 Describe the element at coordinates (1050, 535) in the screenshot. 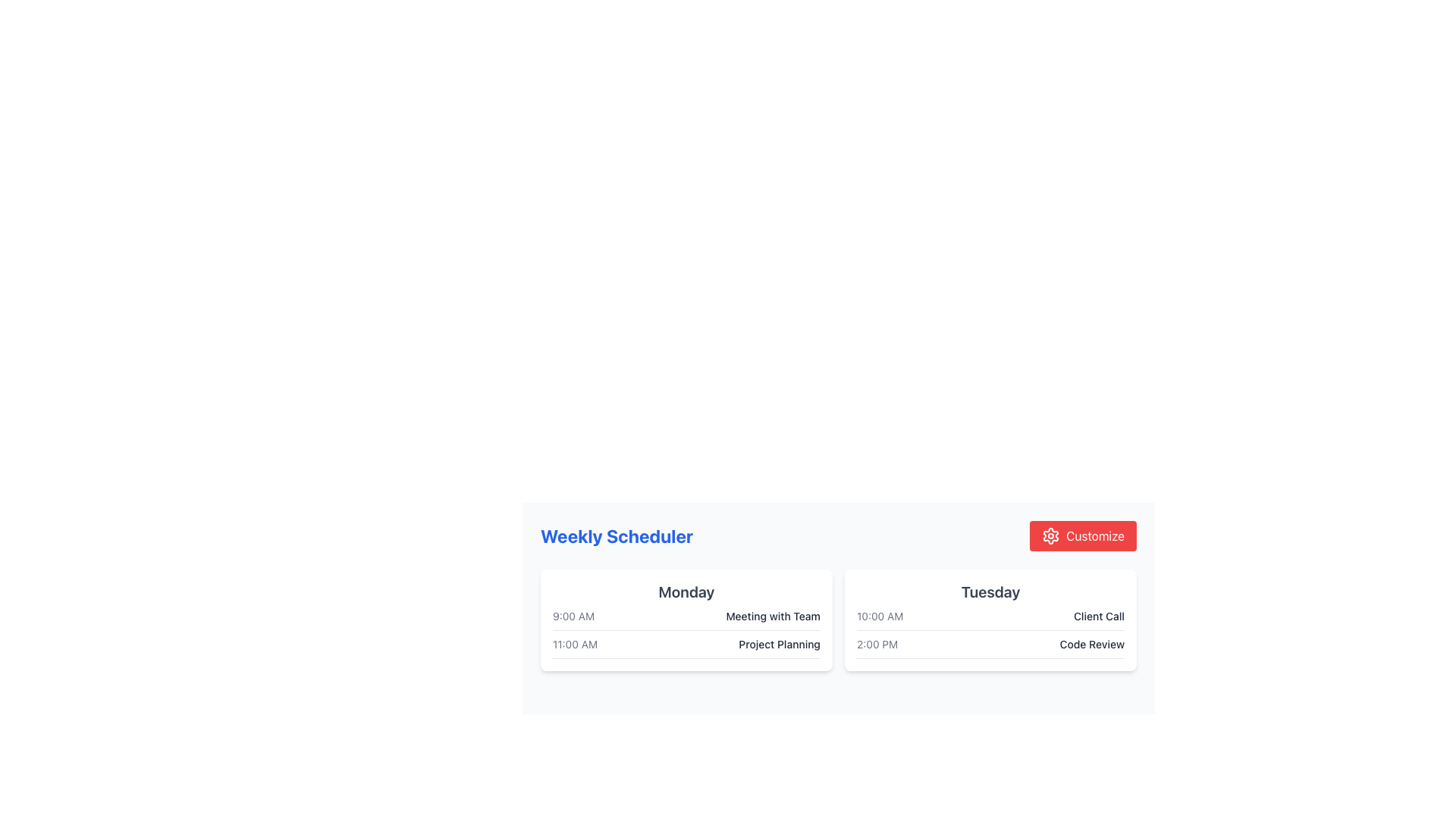

I see `the cogwheel icon for settings located next to the 'Customize' button with a red background in the top-right corner of the scheduler view` at that location.